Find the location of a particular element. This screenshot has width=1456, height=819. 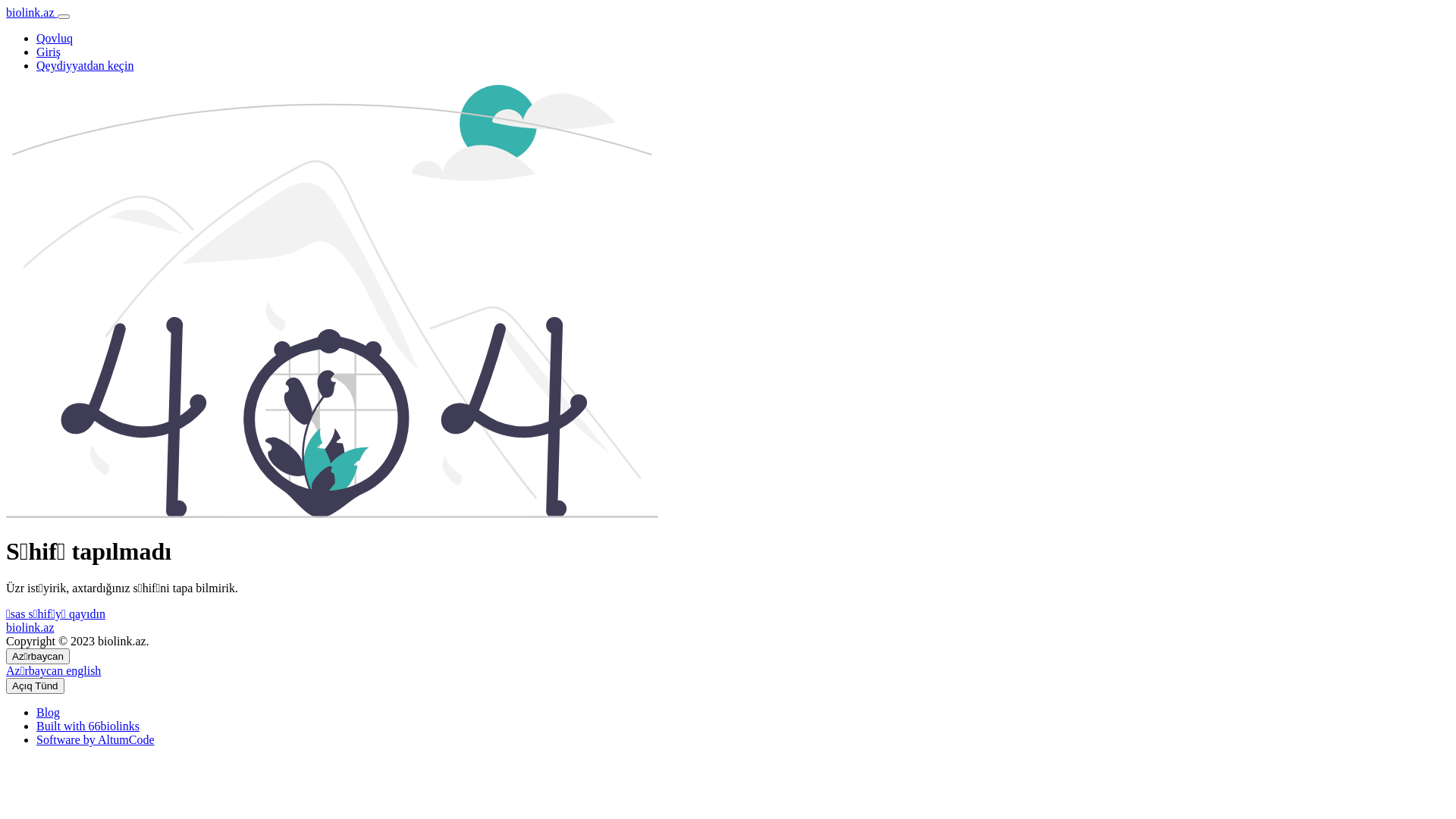

'Blog' is located at coordinates (48, 712).